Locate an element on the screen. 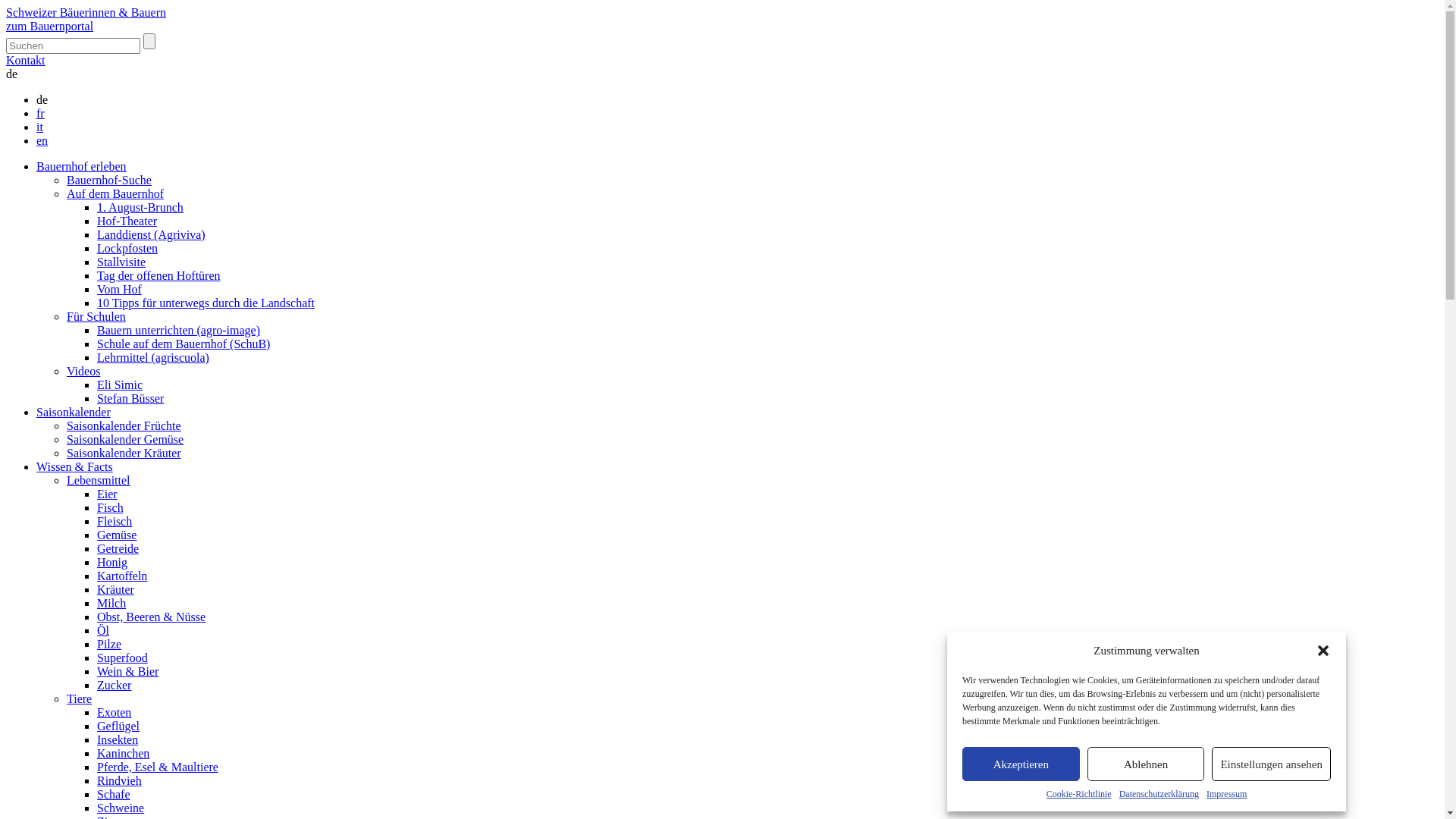 The width and height of the screenshot is (1456, 819). 'Landdienst (Agriviva)' is located at coordinates (151, 234).